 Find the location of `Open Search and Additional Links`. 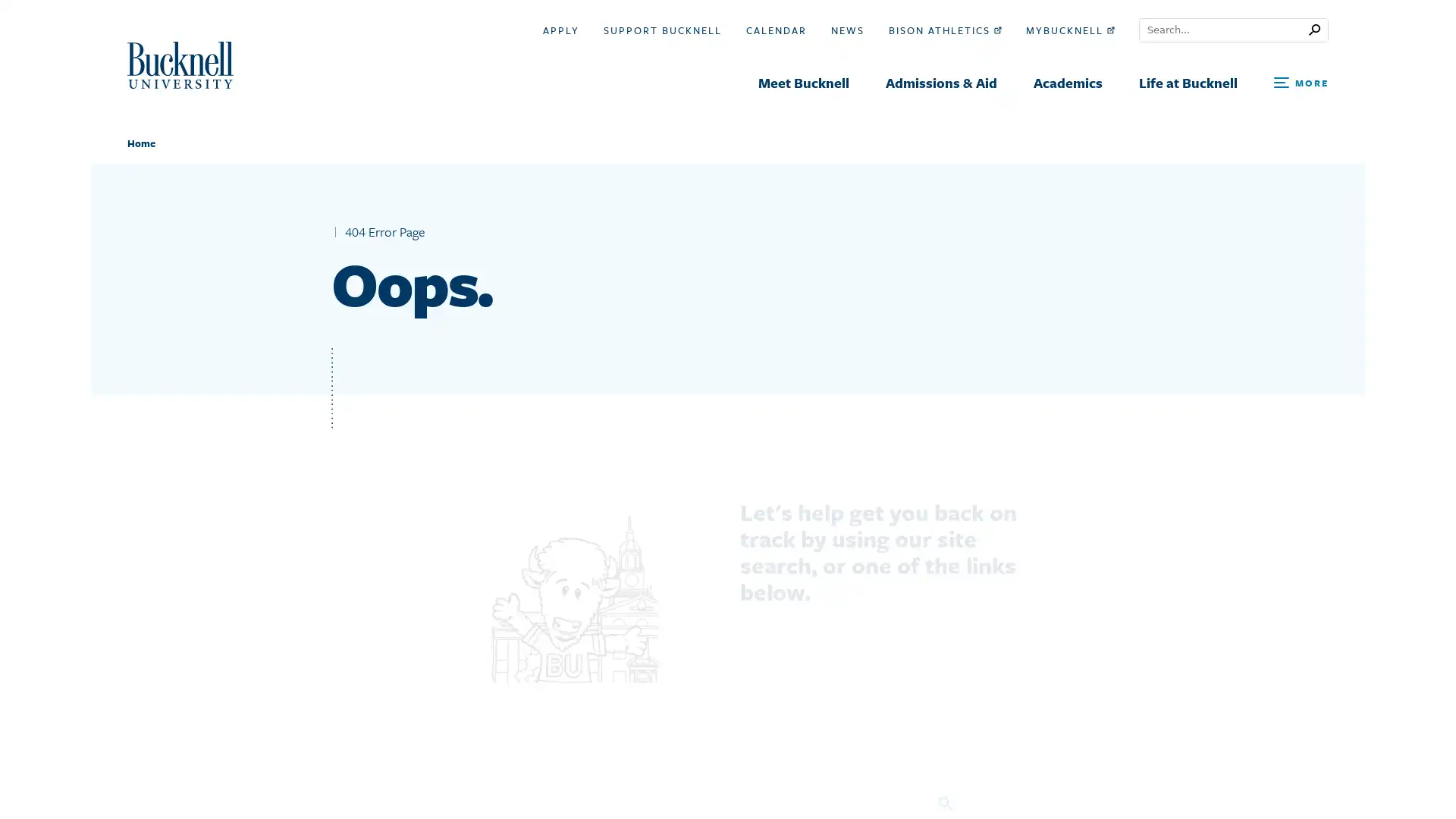

Open Search and Additional Links is located at coordinates (1301, 83).